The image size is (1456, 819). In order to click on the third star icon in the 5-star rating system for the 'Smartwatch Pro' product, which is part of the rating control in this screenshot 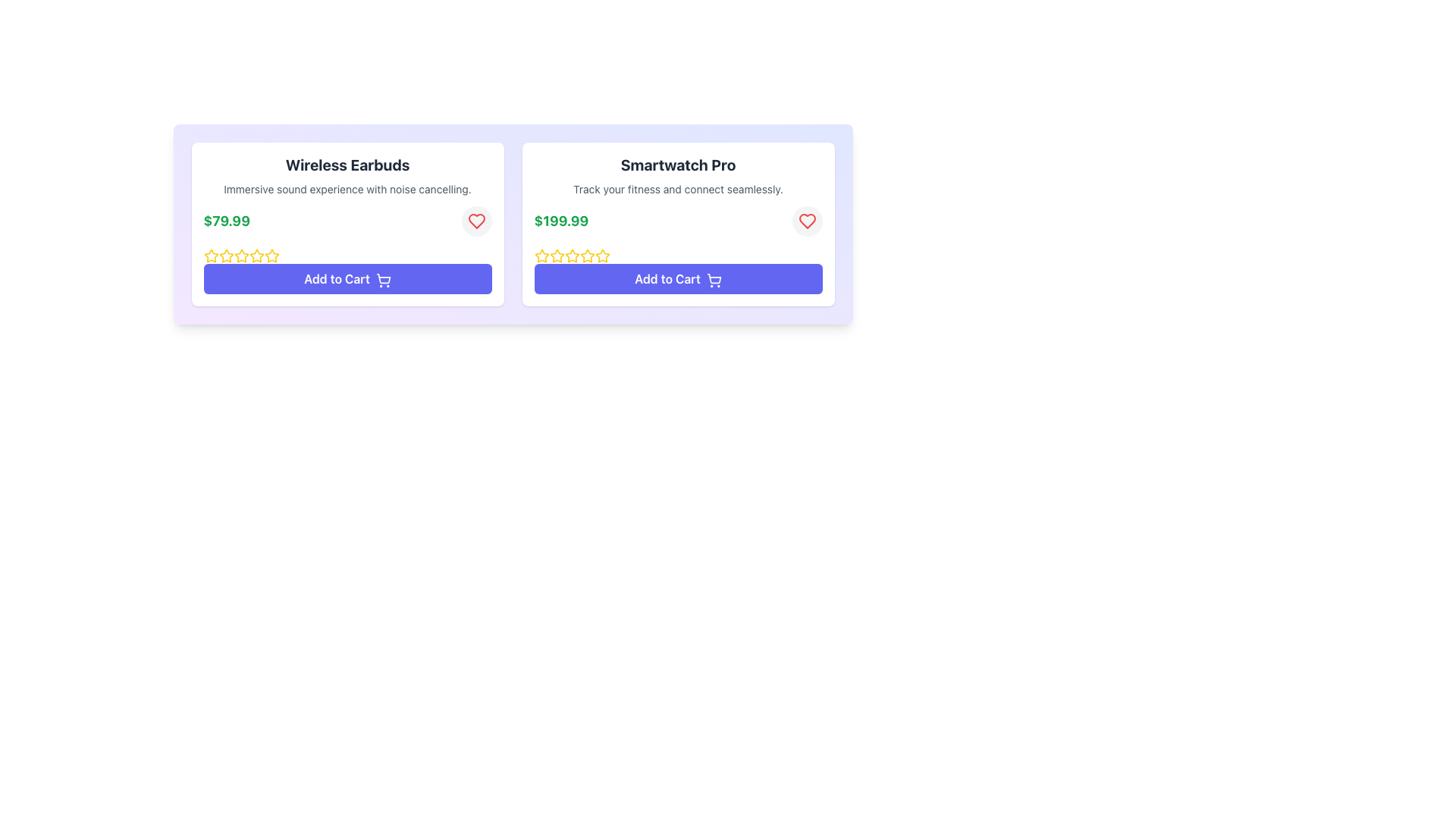, I will do `click(586, 255)`.